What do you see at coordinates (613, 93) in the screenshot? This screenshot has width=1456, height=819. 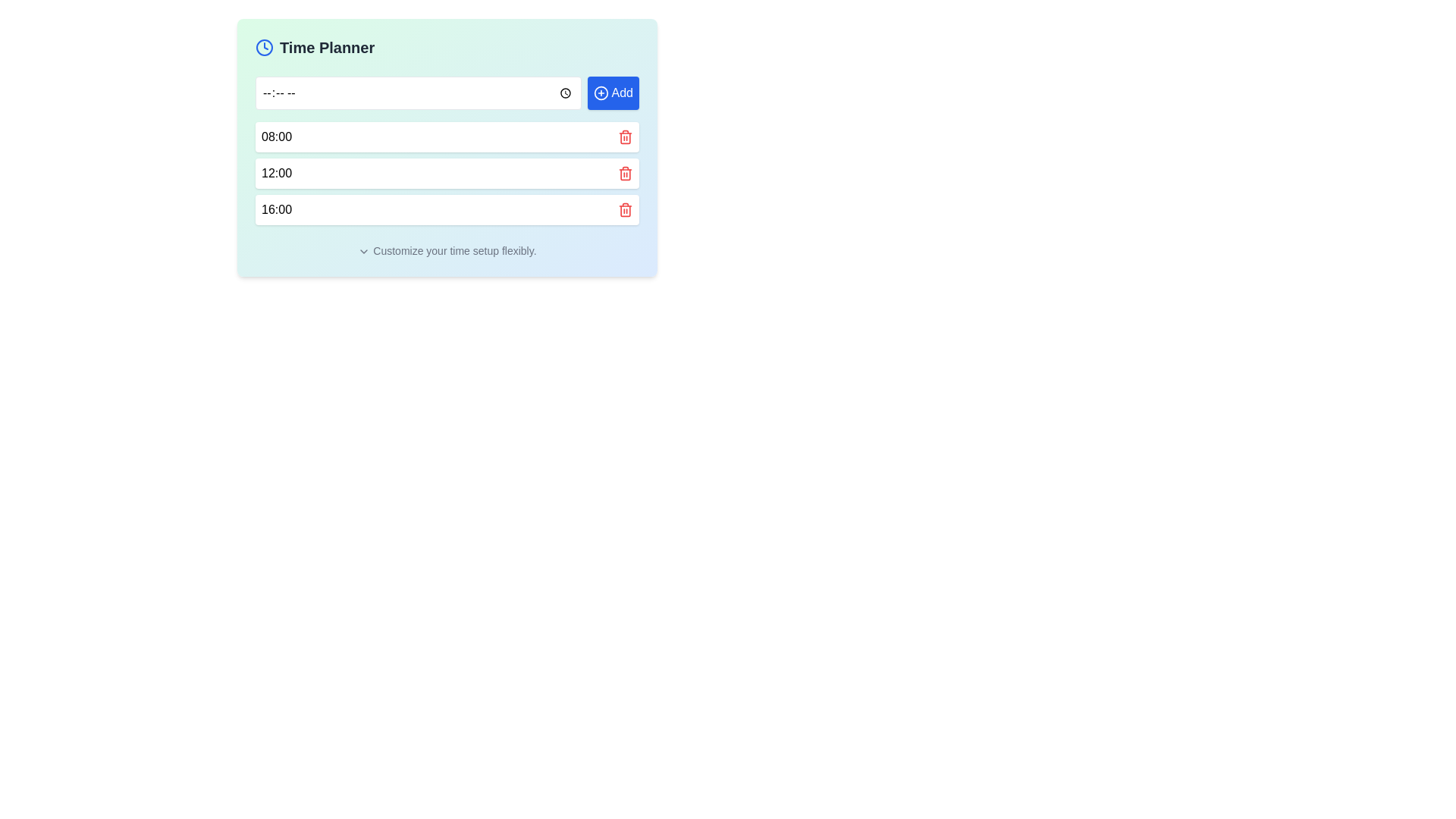 I see `the 'Add New Item' button located at the top right of the 'Time Planner' panel` at bounding box center [613, 93].